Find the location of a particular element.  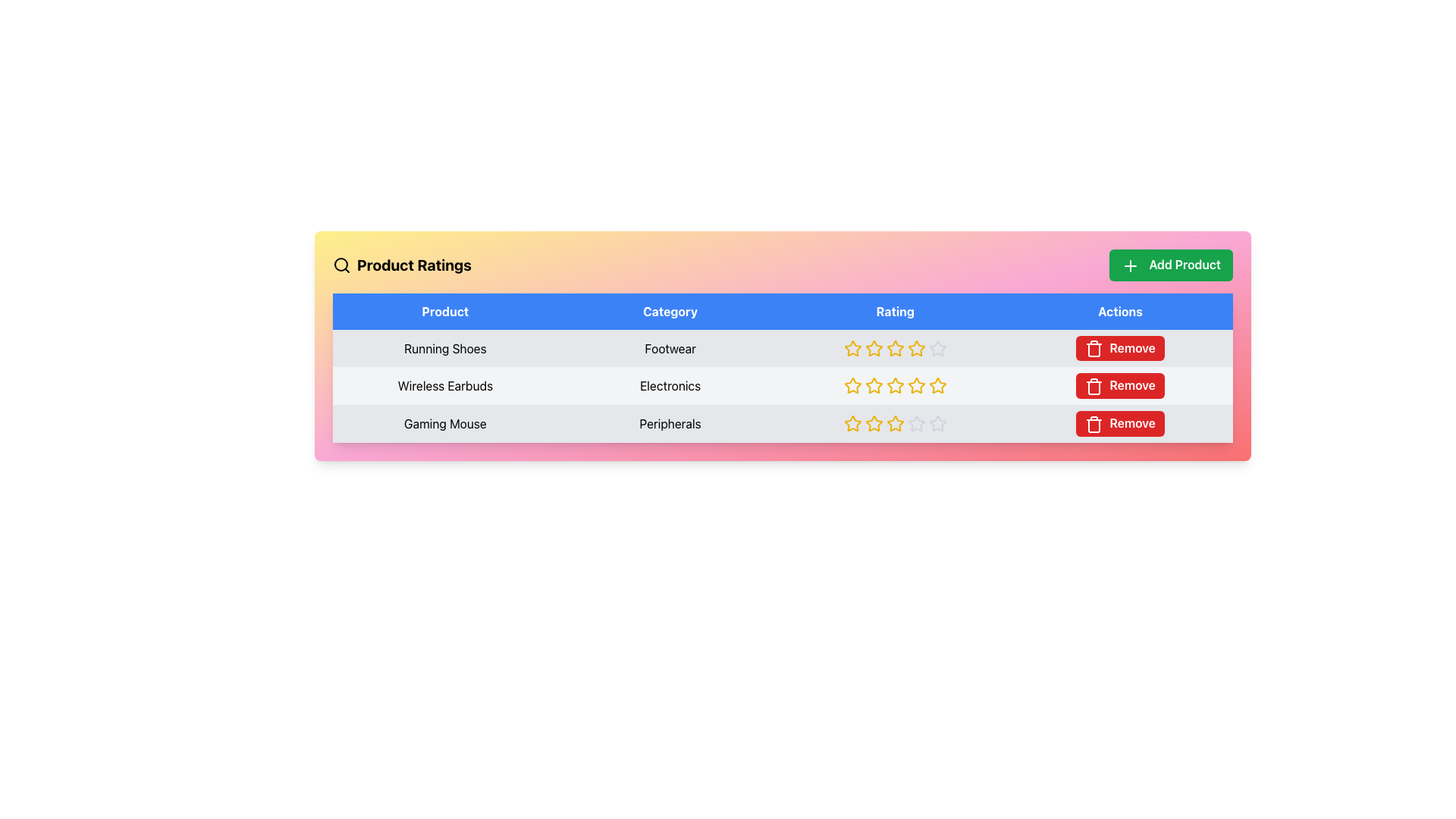

the small trash can icon with a red background in the 'Actions' column associated with the 'Wireless Earbuds' product is located at coordinates (1094, 386).